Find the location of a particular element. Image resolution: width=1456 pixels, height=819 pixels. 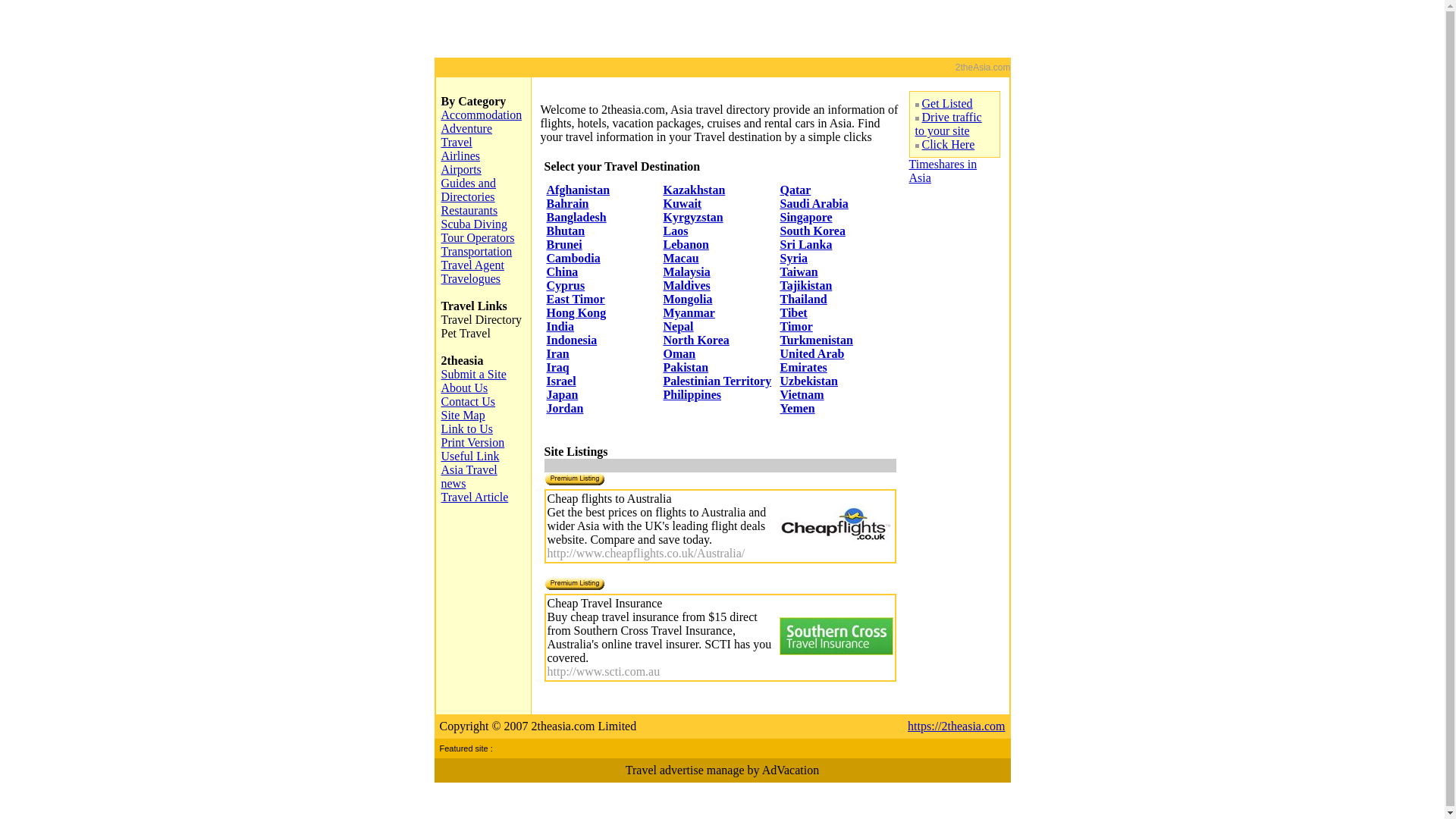

'Travel Agent' is located at coordinates (440, 264).